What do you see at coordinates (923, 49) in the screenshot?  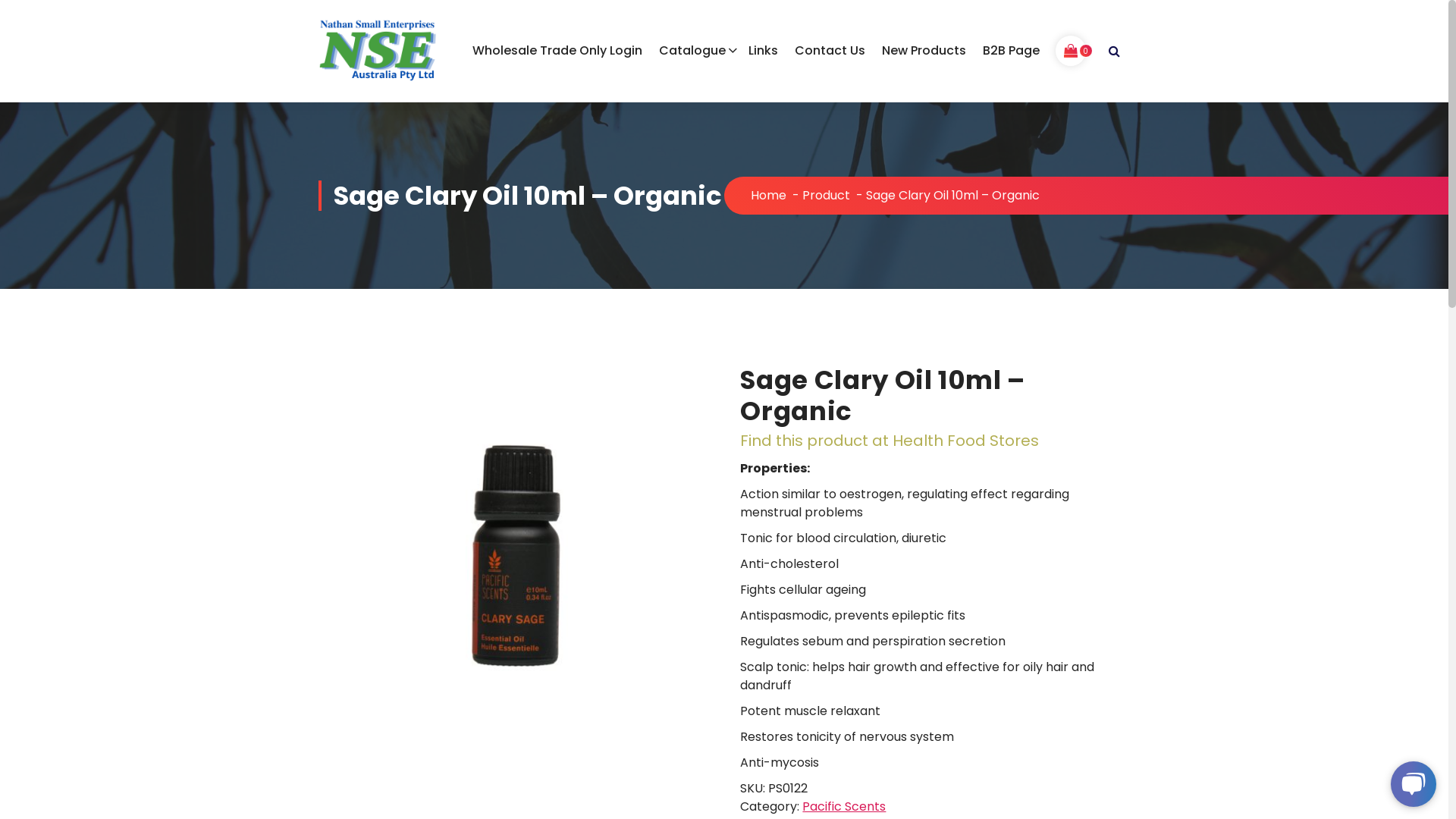 I see `'New Products'` at bounding box center [923, 49].